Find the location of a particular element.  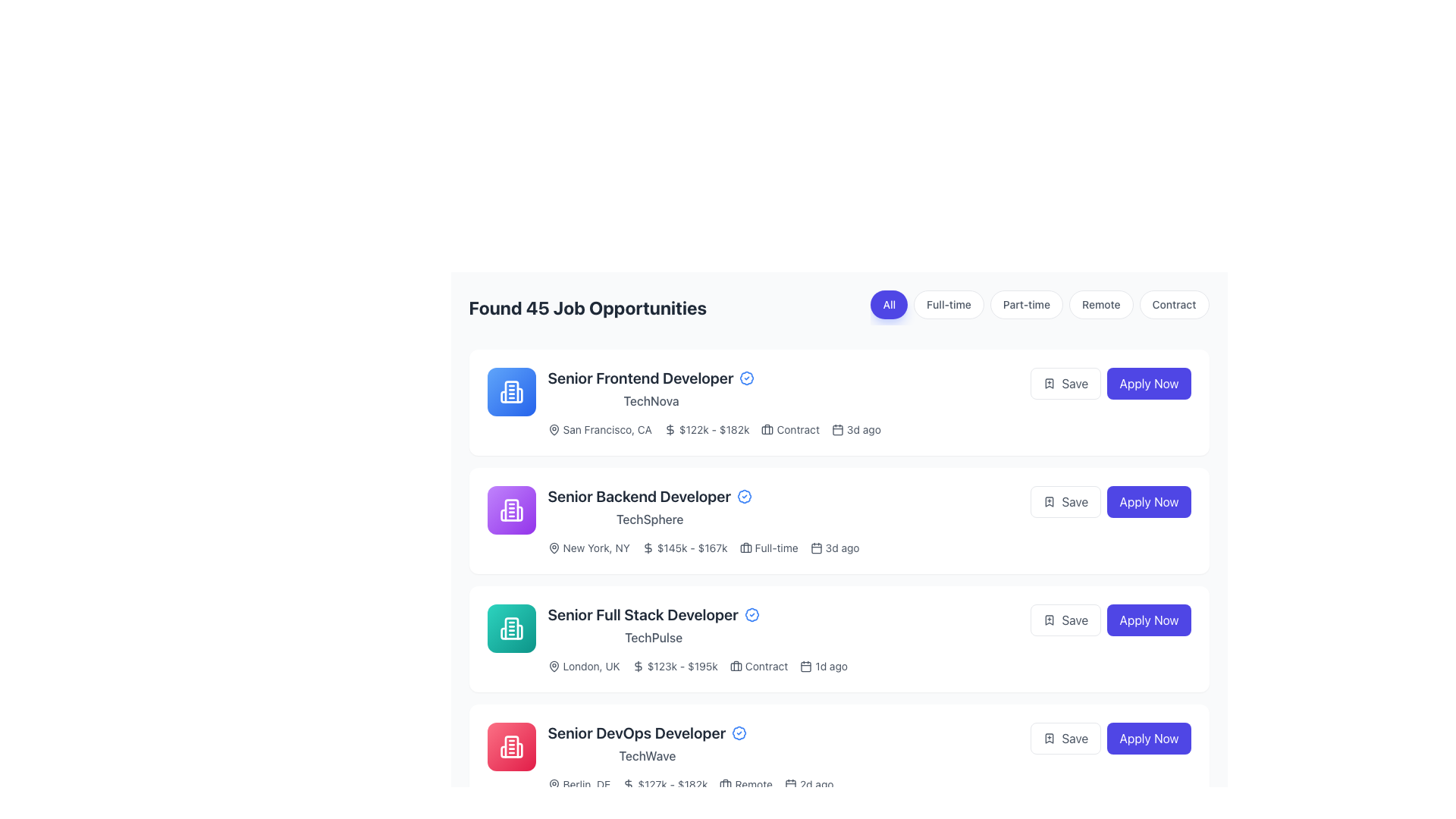

the 'Apply' button located on the right-hand side of the 'Senior Backend Developer' job posting is located at coordinates (1149, 502).